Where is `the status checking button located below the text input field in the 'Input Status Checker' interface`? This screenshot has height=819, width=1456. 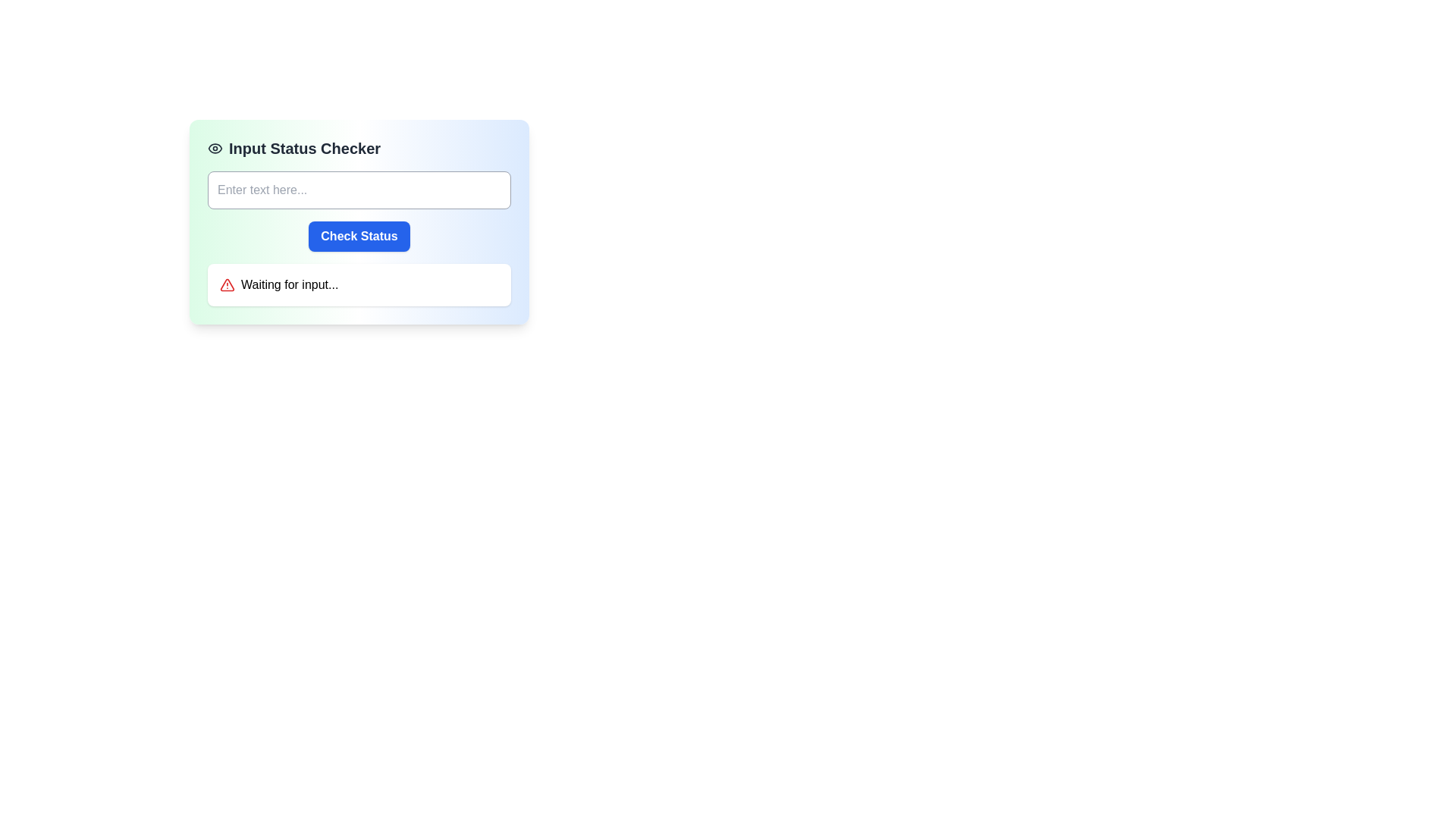 the status checking button located below the text input field in the 'Input Status Checker' interface is located at coordinates (359, 237).